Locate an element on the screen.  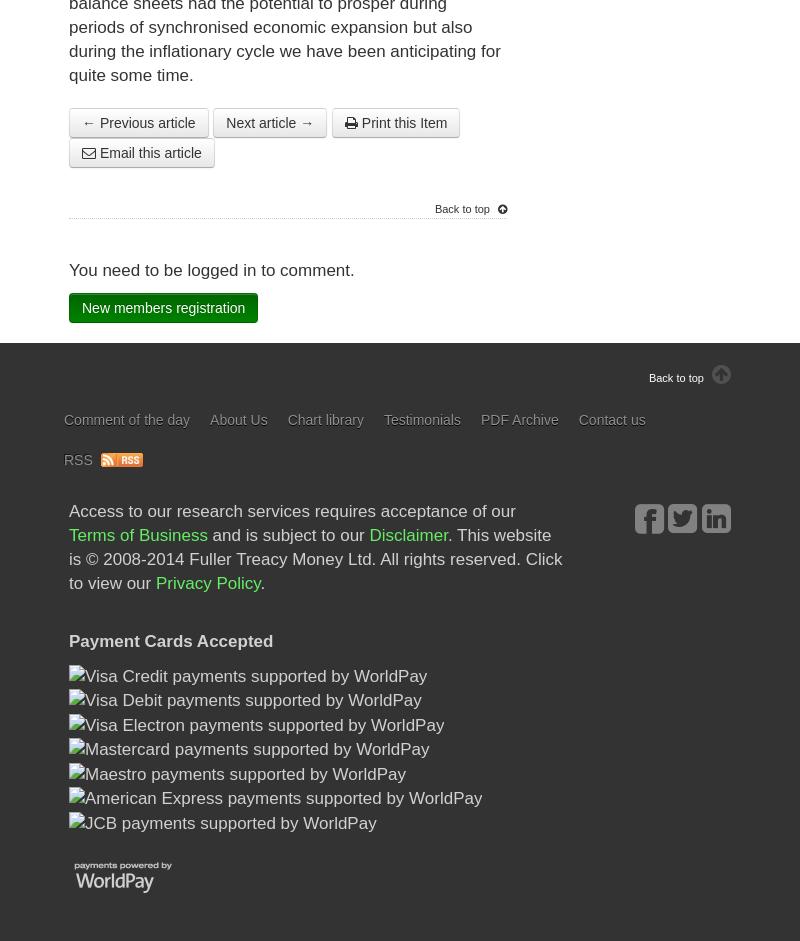
'.' is located at coordinates (261, 582).